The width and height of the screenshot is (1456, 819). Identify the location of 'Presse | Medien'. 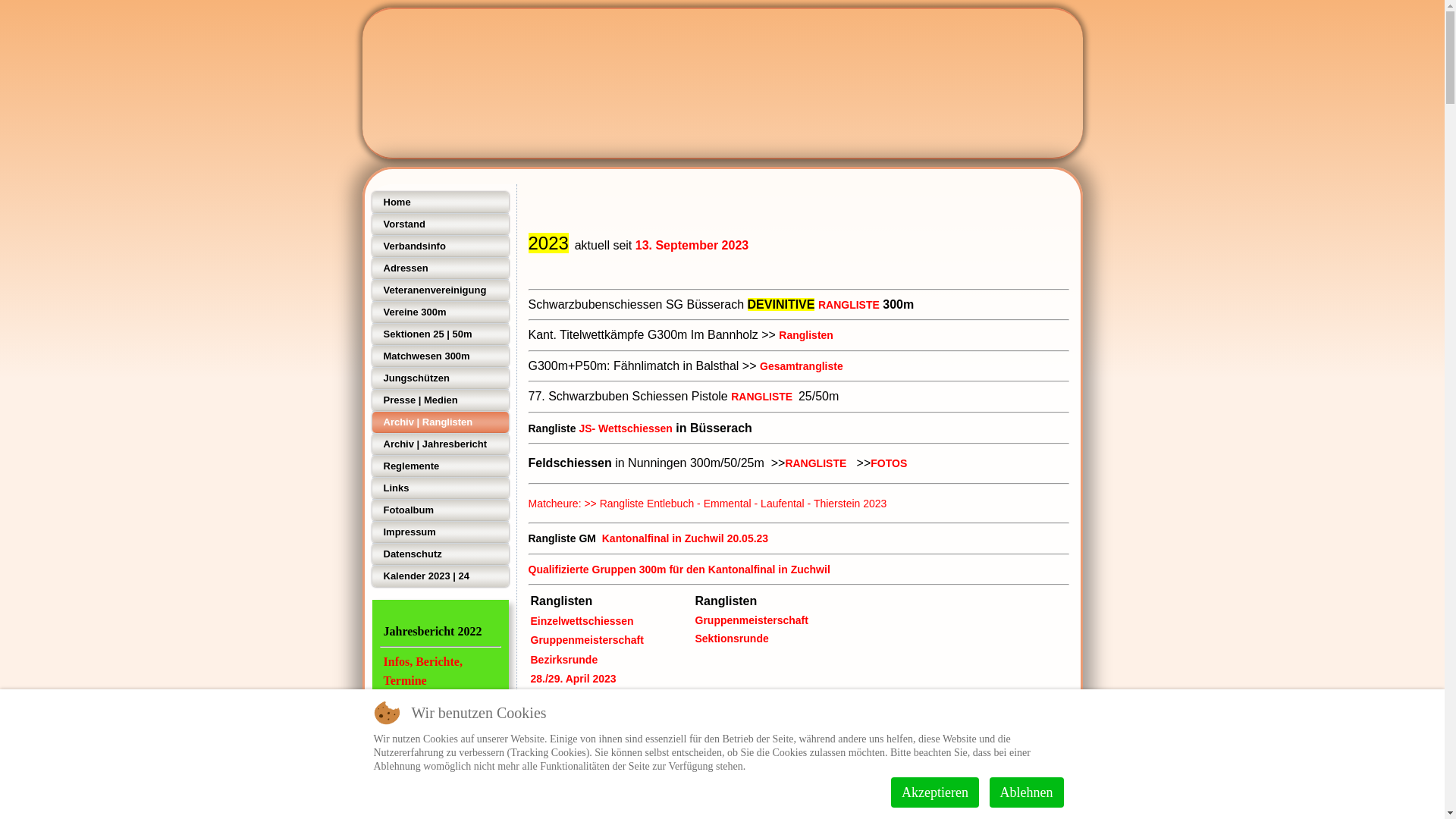
(439, 400).